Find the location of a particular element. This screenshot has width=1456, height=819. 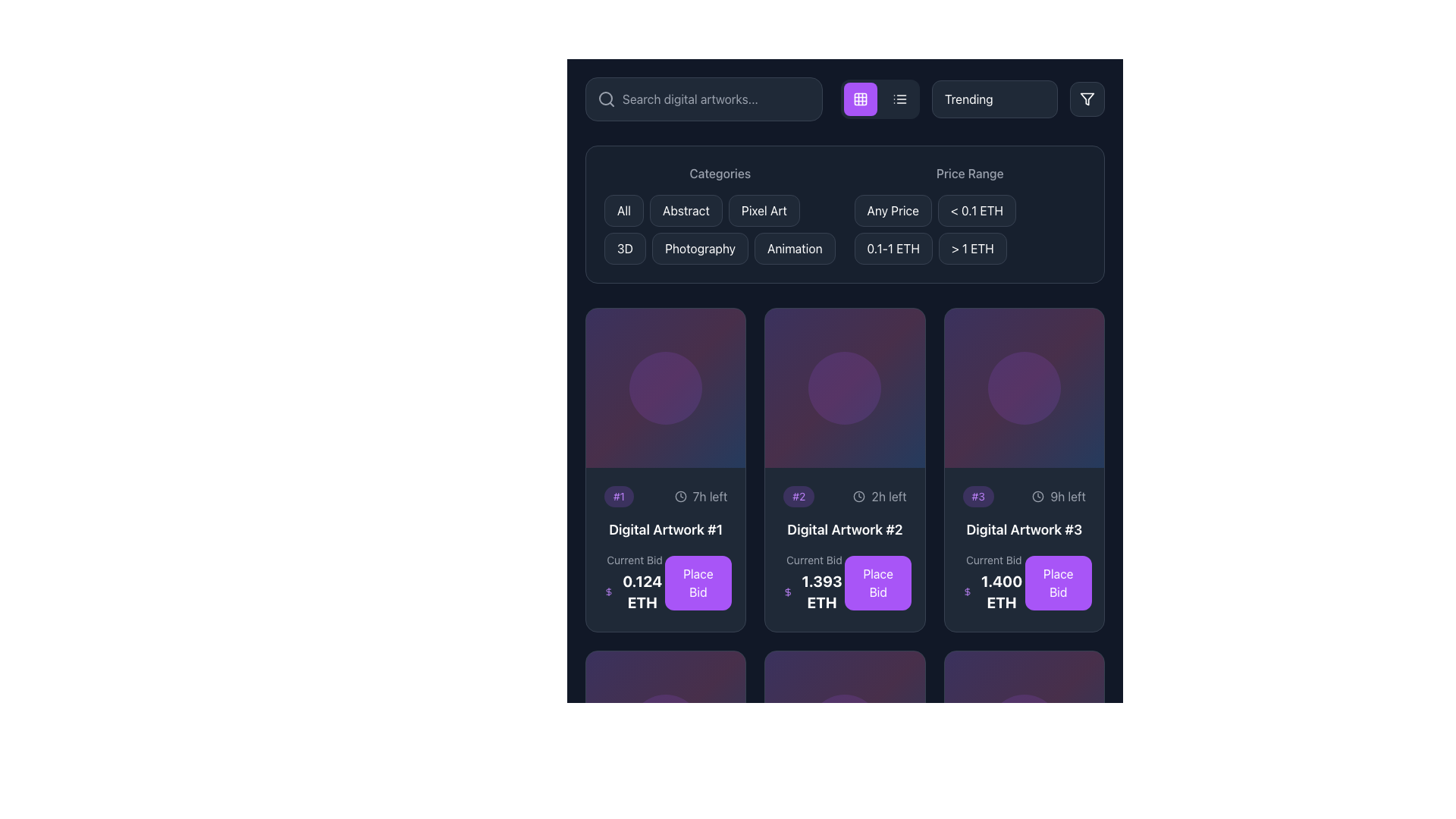

the 'Any Price' button, which is a rounded rectangular button with a dark gray background and white text, located in the top-right section of the interface within the 'Price Range' group is located at coordinates (893, 210).